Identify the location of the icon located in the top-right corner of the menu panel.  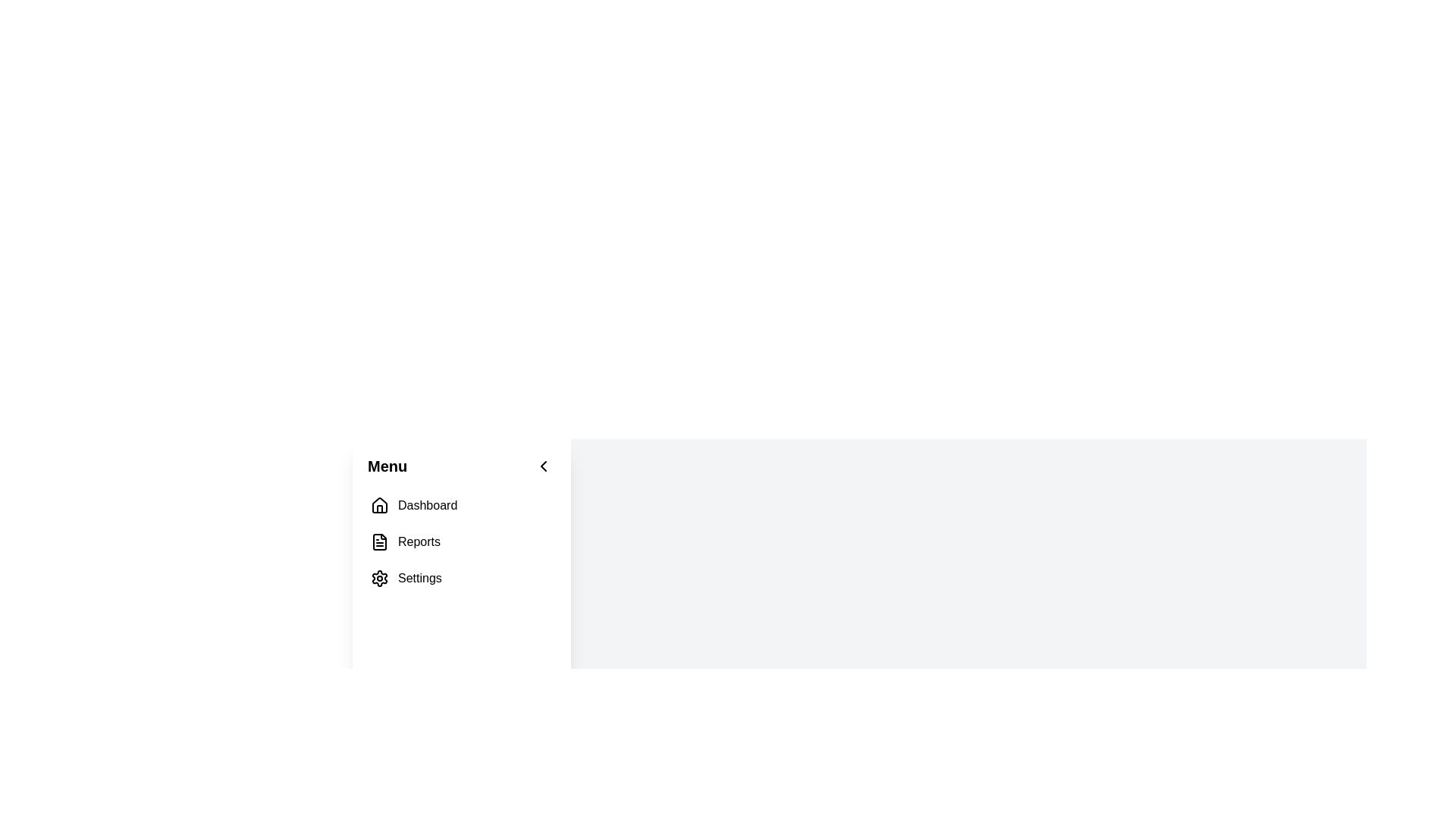
(543, 465).